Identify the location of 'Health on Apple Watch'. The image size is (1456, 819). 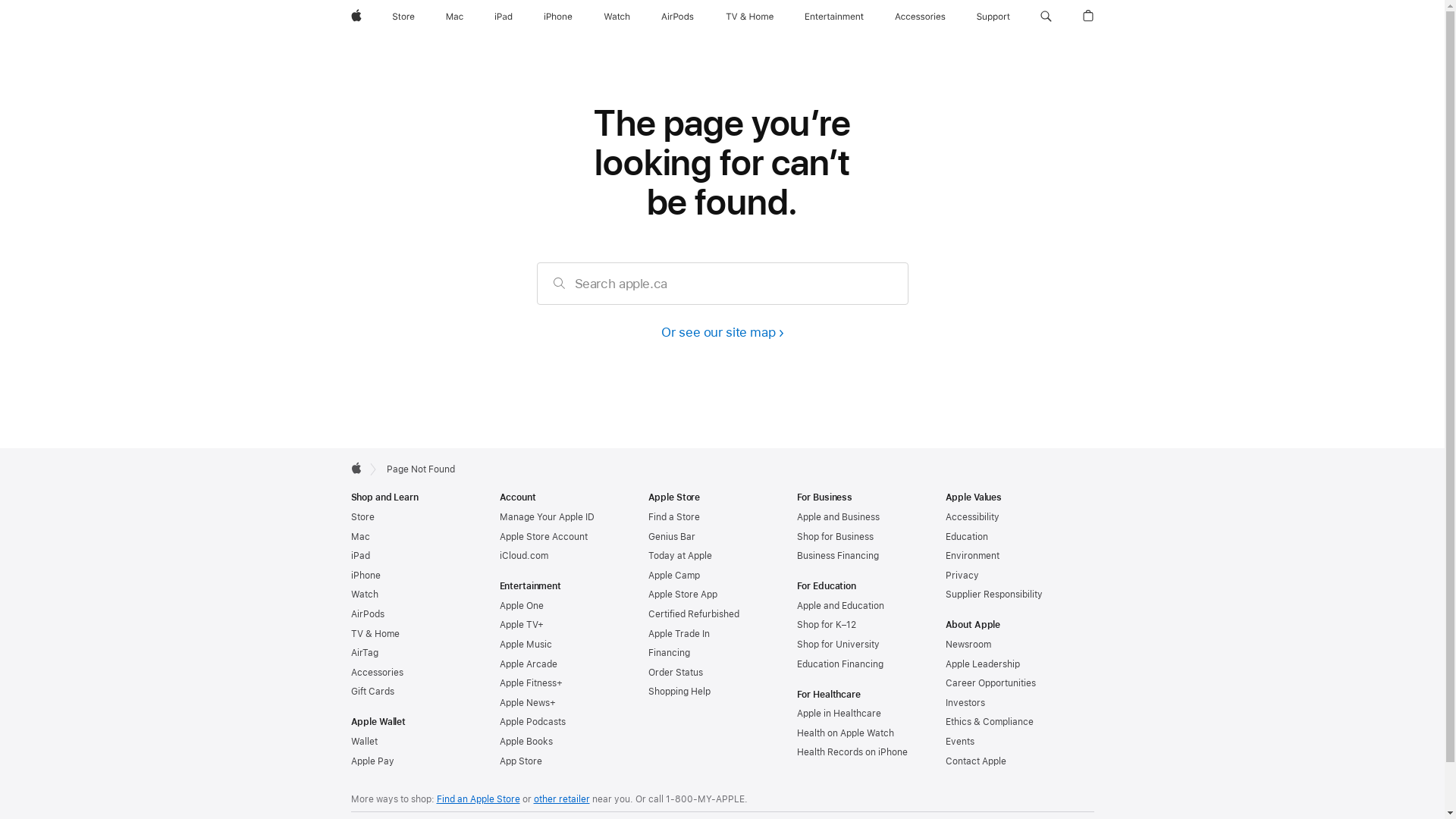
(795, 733).